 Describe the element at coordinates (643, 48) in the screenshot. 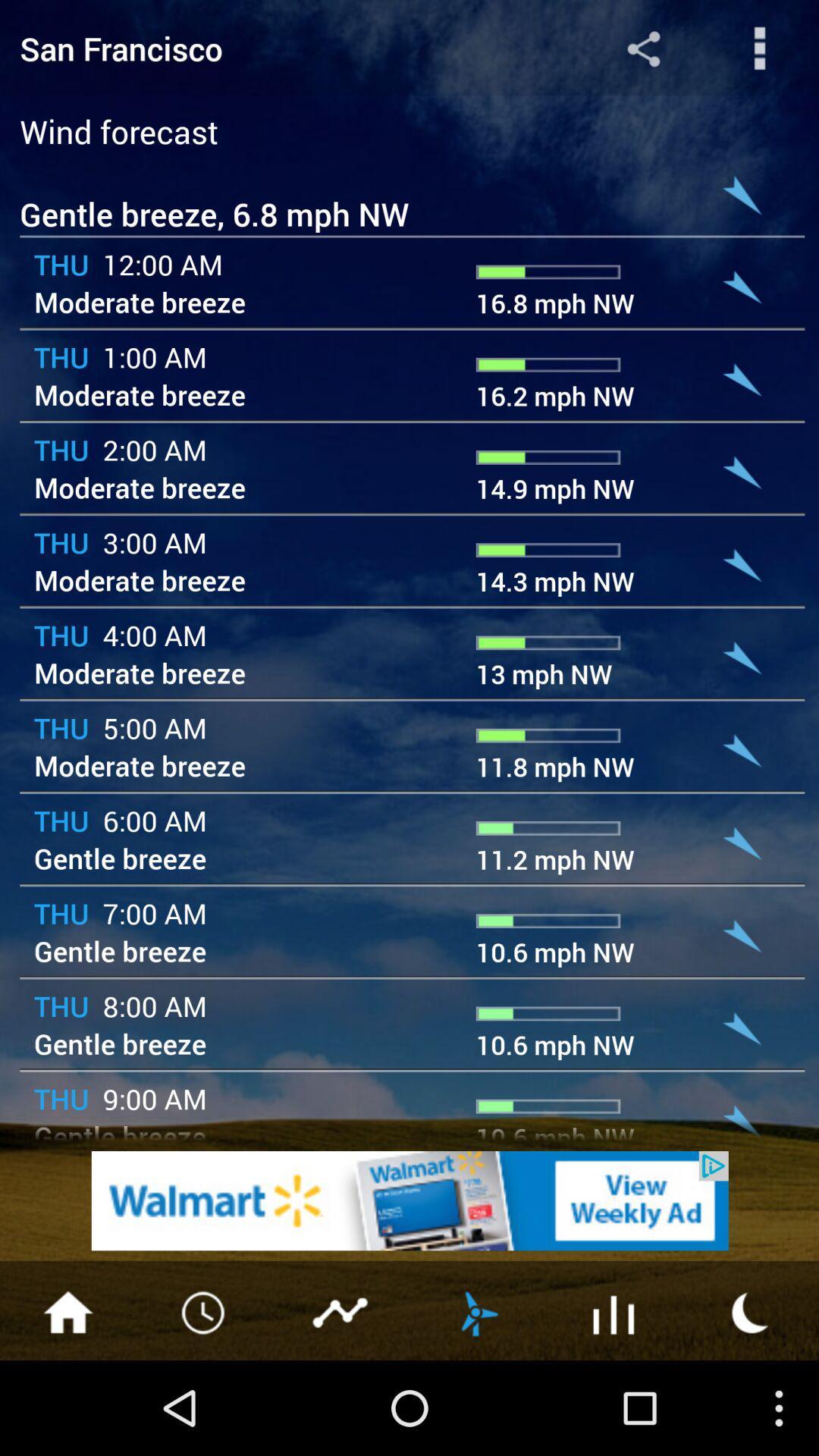

I see `share the forecast details` at that location.